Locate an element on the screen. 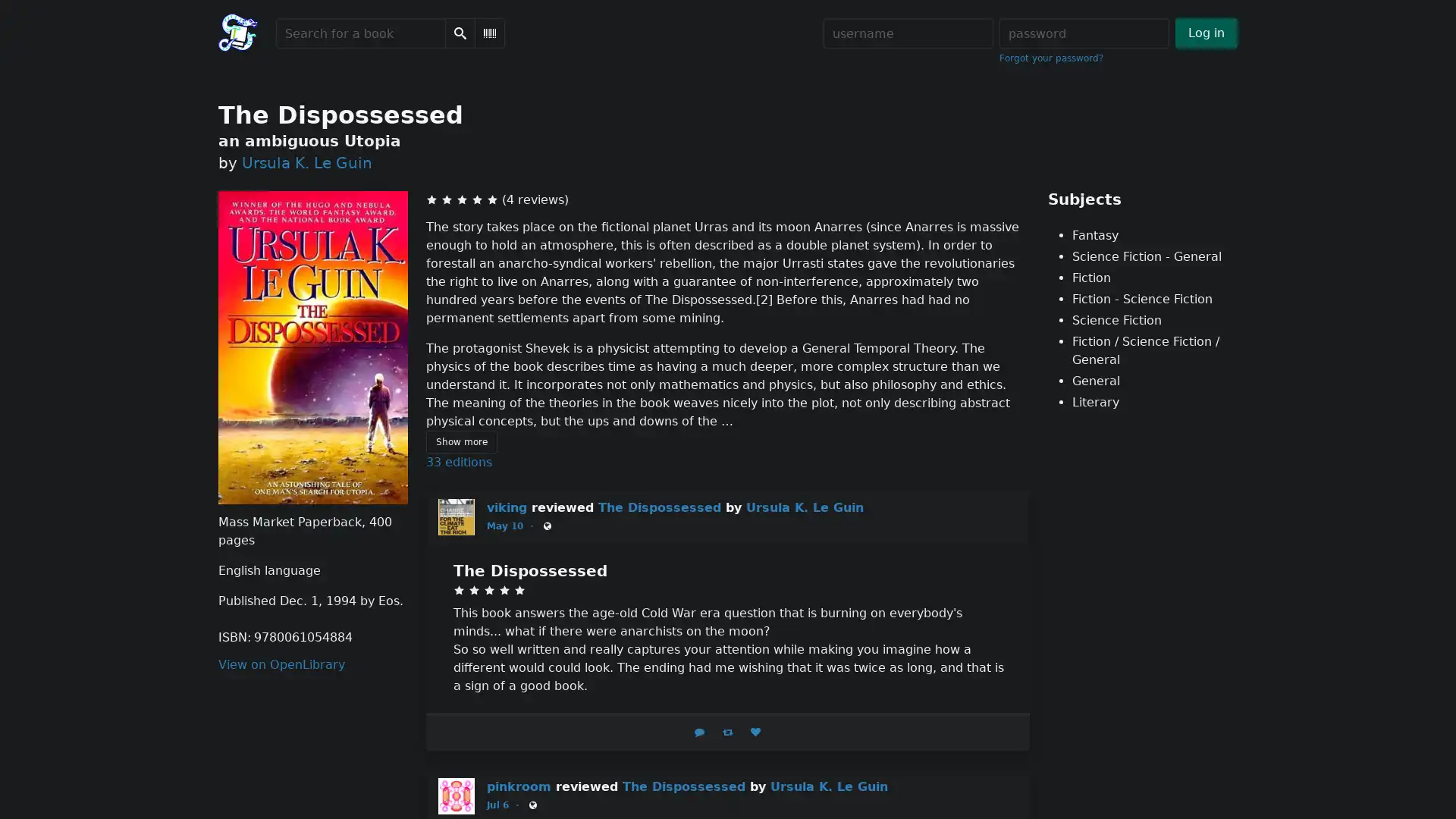 This screenshot has height=819, width=1456. Show more is located at coordinates (460, 441).